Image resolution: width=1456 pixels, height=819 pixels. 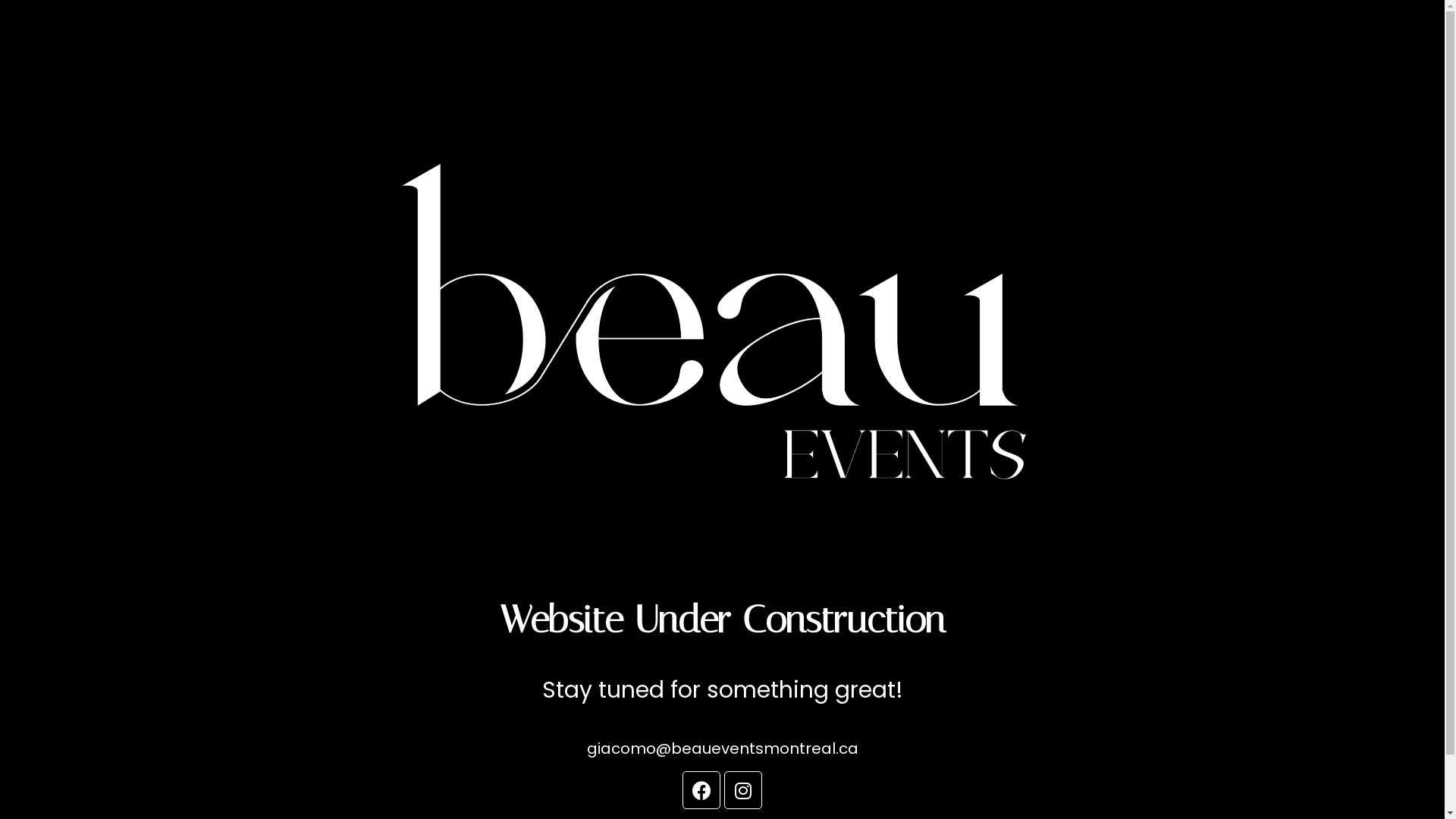 I want to click on 'giacomo@beaueventsmontreal.ca', so click(x=722, y=748).